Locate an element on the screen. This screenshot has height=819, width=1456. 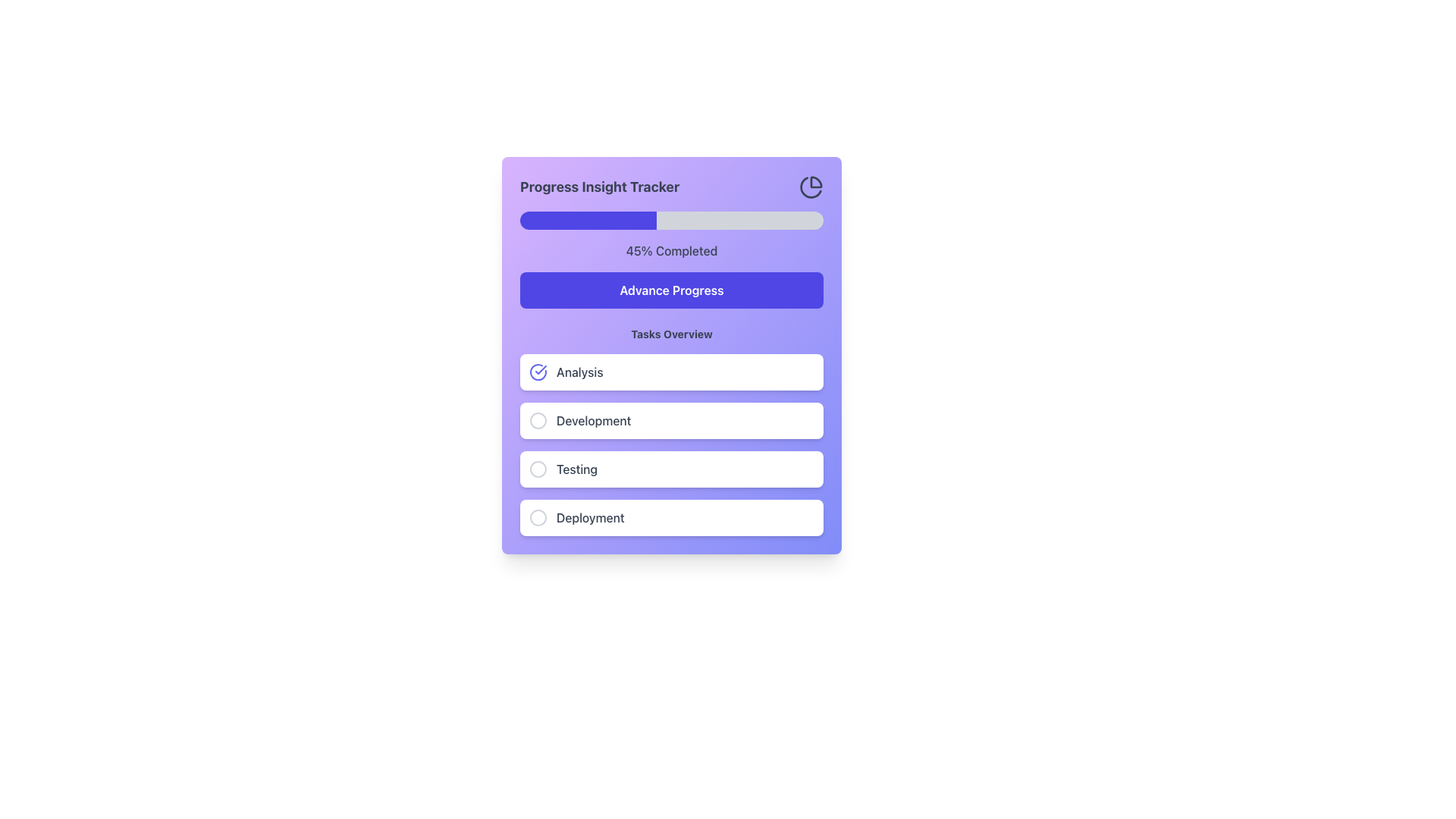
the blue rectangular progress bar indicating progress value, located beneath the 'Progress Insight Tracker' title is located at coordinates (588, 220).